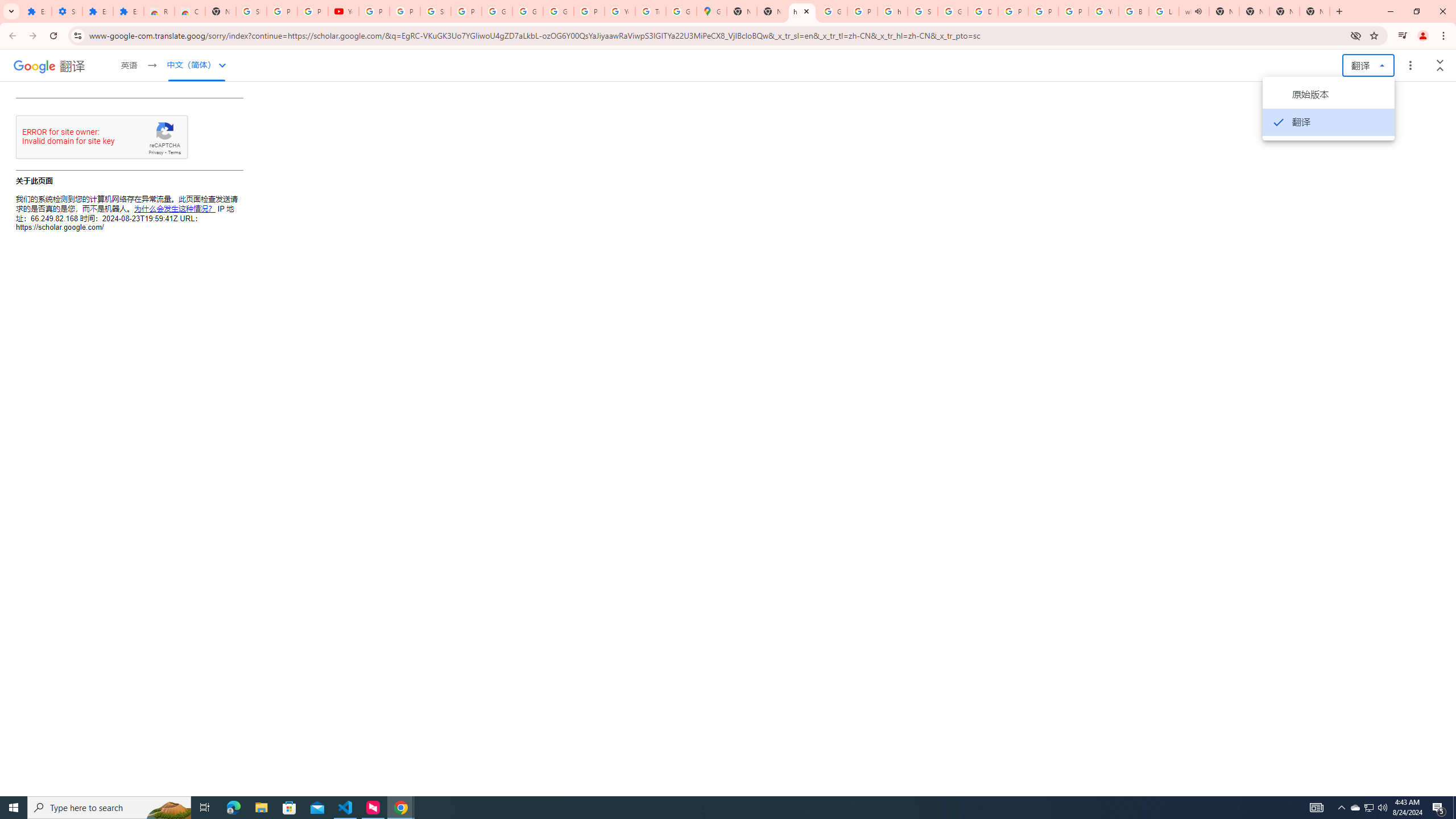 This screenshot has height=819, width=1456. Describe the element at coordinates (1013, 11) in the screenshot. I see `'Privacy Help Center - Policies Help'` at that location.